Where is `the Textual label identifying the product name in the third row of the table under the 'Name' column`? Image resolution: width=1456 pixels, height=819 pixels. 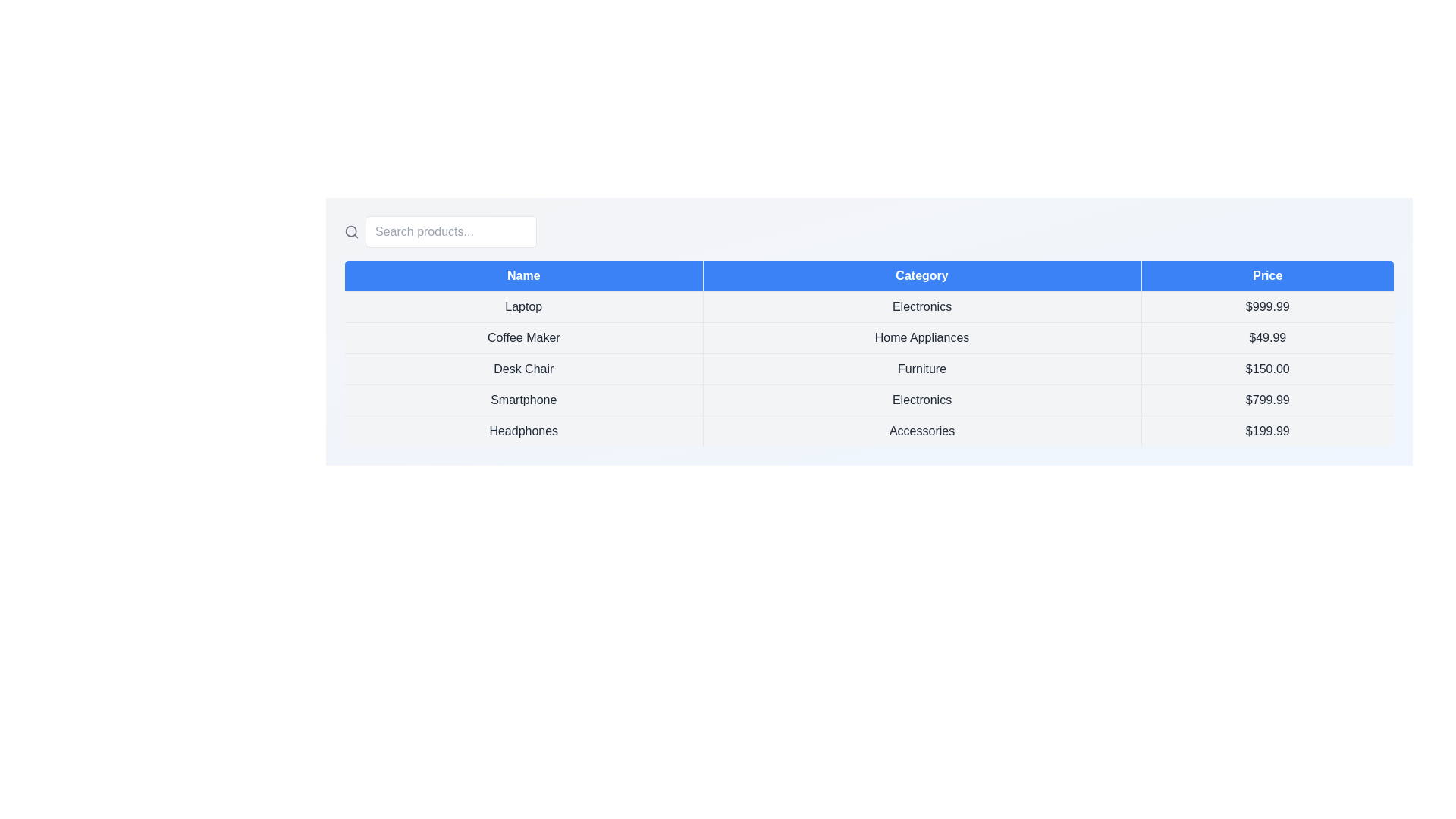
the Textual label identifying the product name in the third row of the table under the 'Name' column is located at coordinates (523, 400).